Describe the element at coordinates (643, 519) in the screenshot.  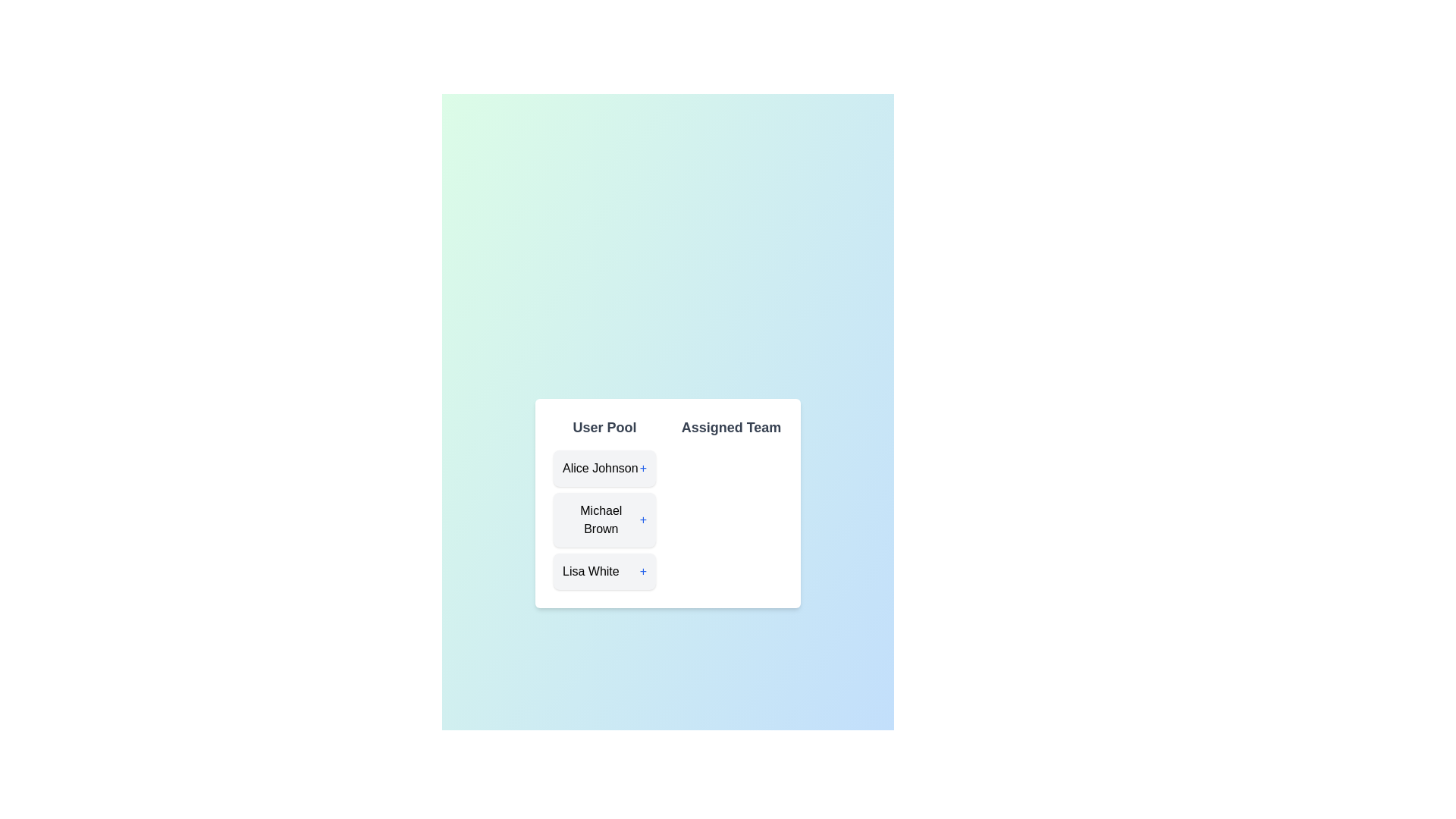
I see `'+' button next to Michael Brown in the User Pool to move them to the Assigned Team` at that location.